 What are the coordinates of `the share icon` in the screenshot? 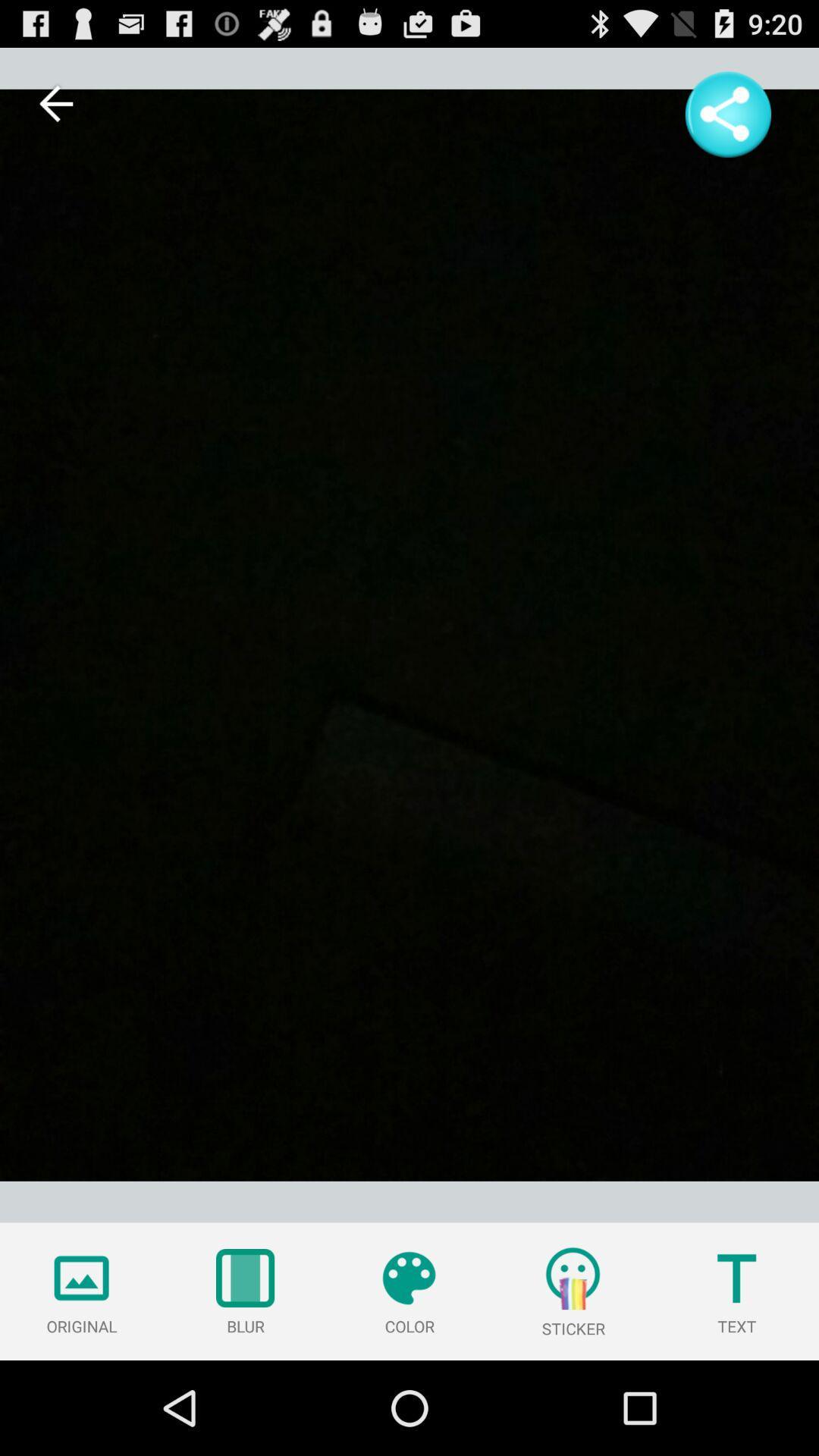 It's located at (727, 122).